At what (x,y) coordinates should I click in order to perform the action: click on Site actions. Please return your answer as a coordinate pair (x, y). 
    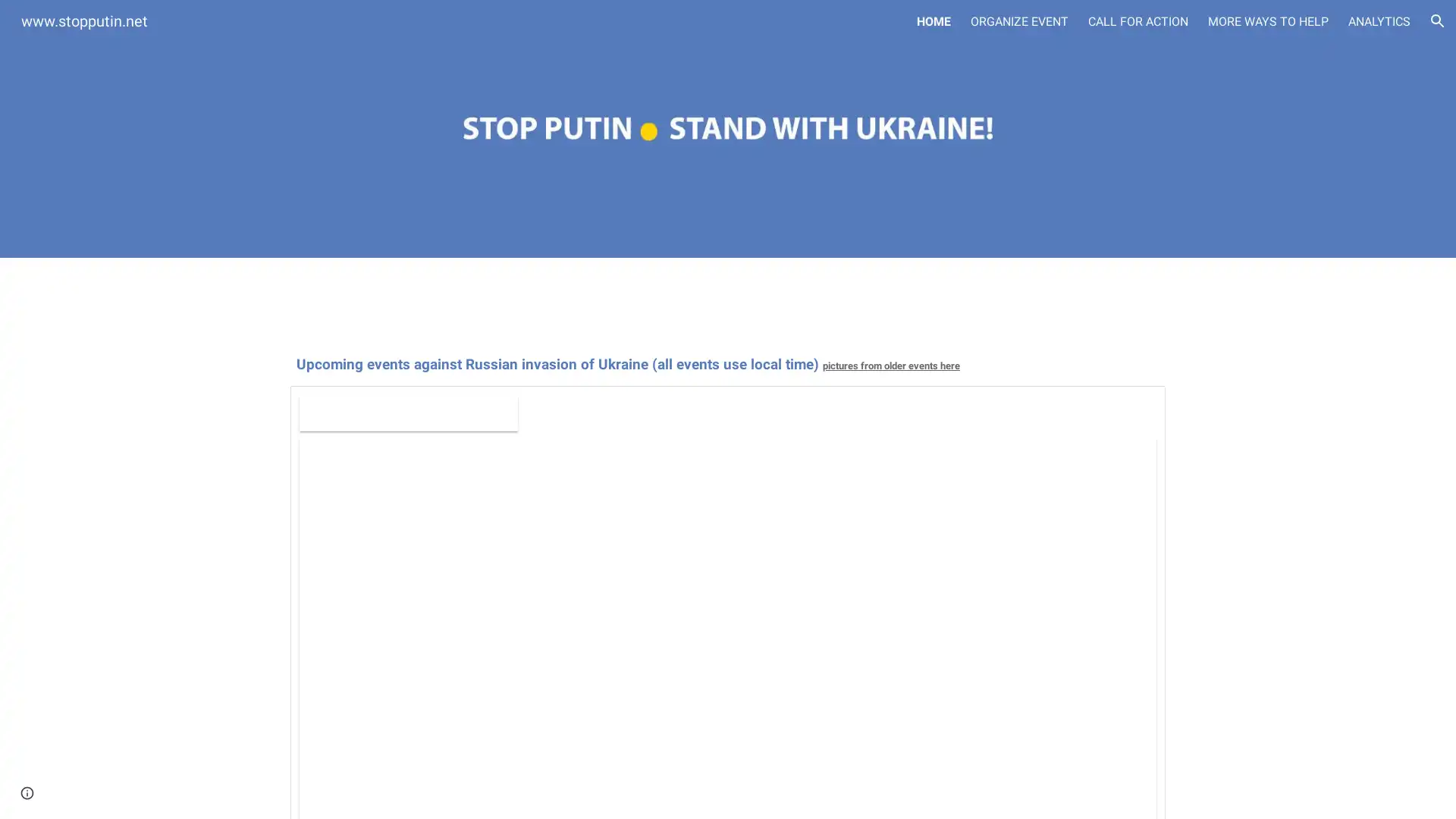
    Looking at the image, I should click on (27, 792).